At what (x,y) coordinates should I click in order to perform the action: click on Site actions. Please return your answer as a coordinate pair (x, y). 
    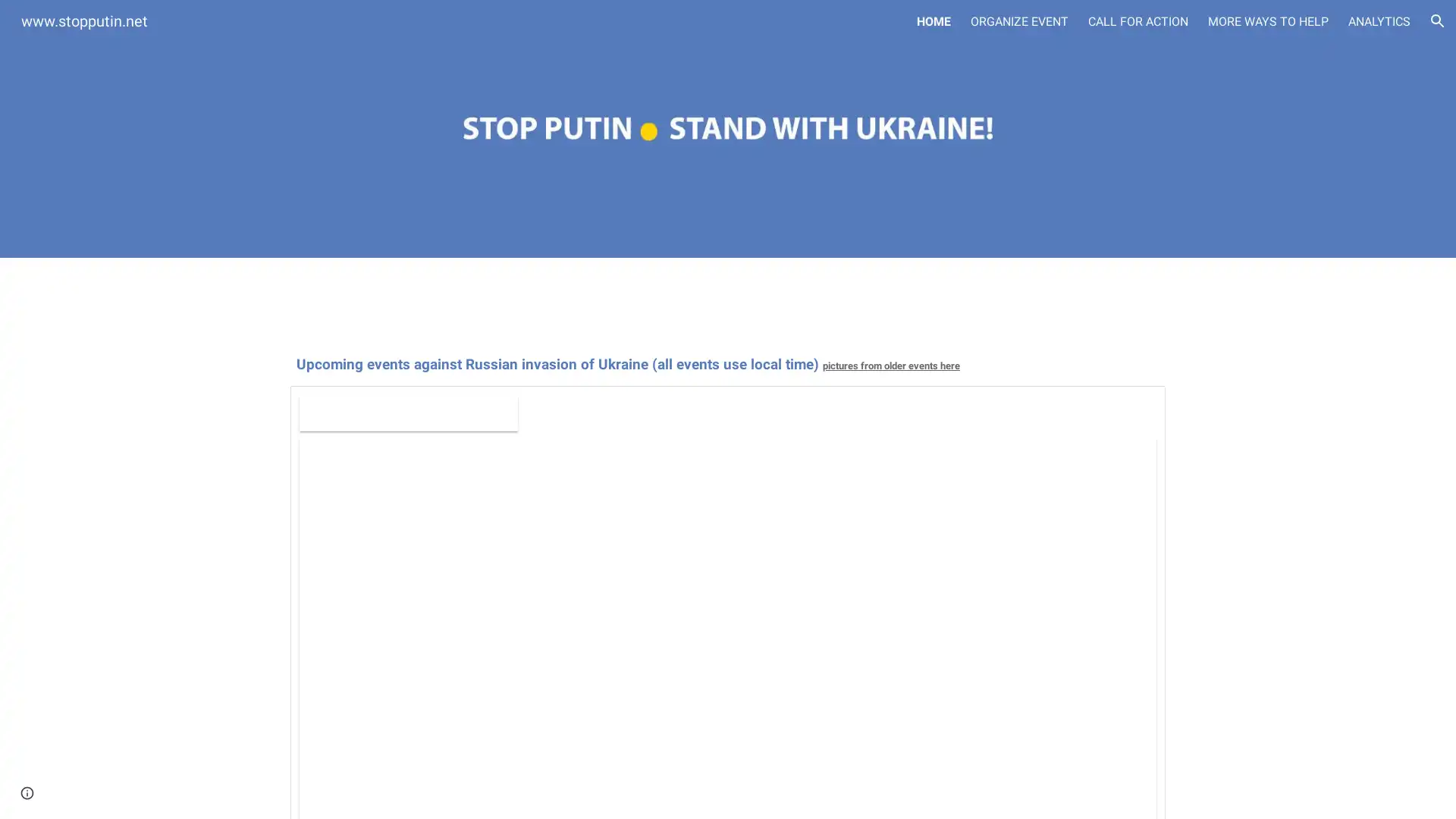
    Looking at the image, I should click on (27, 792).